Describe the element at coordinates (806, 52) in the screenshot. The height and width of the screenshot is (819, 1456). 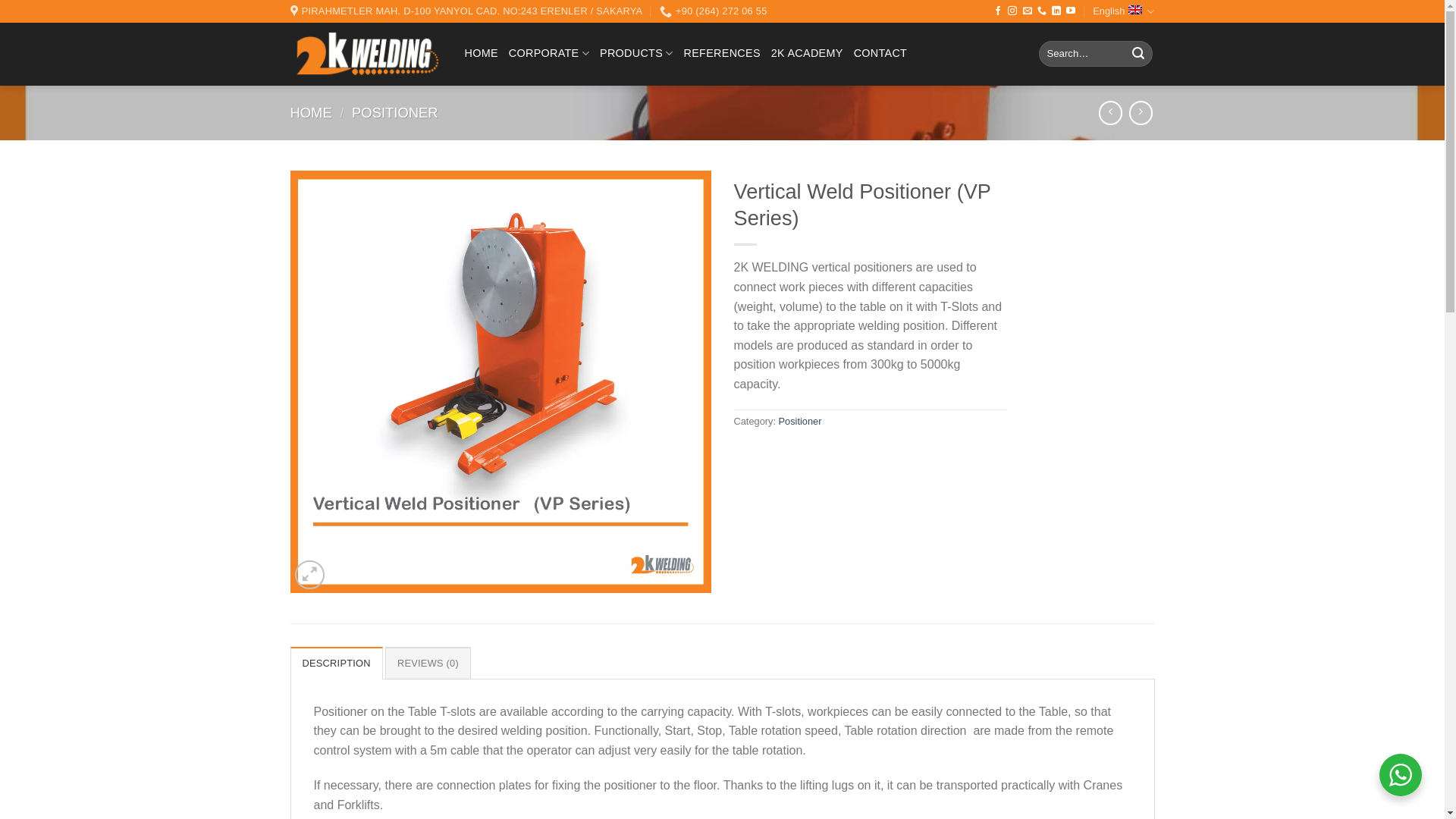
I see `'2K ACADEMY'` at that location.